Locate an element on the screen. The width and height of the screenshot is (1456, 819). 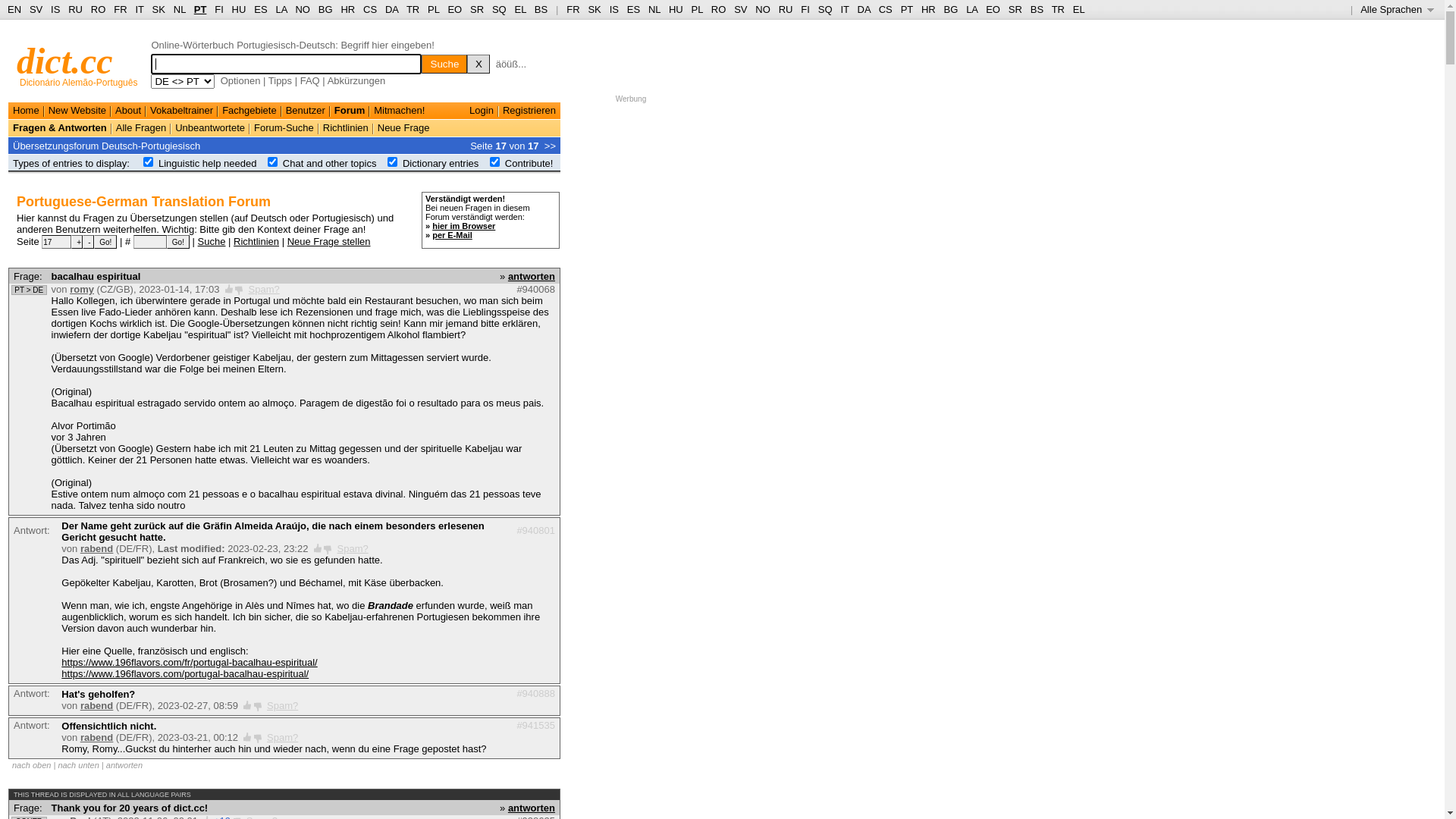
'Mitmachen!' is located at coordinates (399, 109).